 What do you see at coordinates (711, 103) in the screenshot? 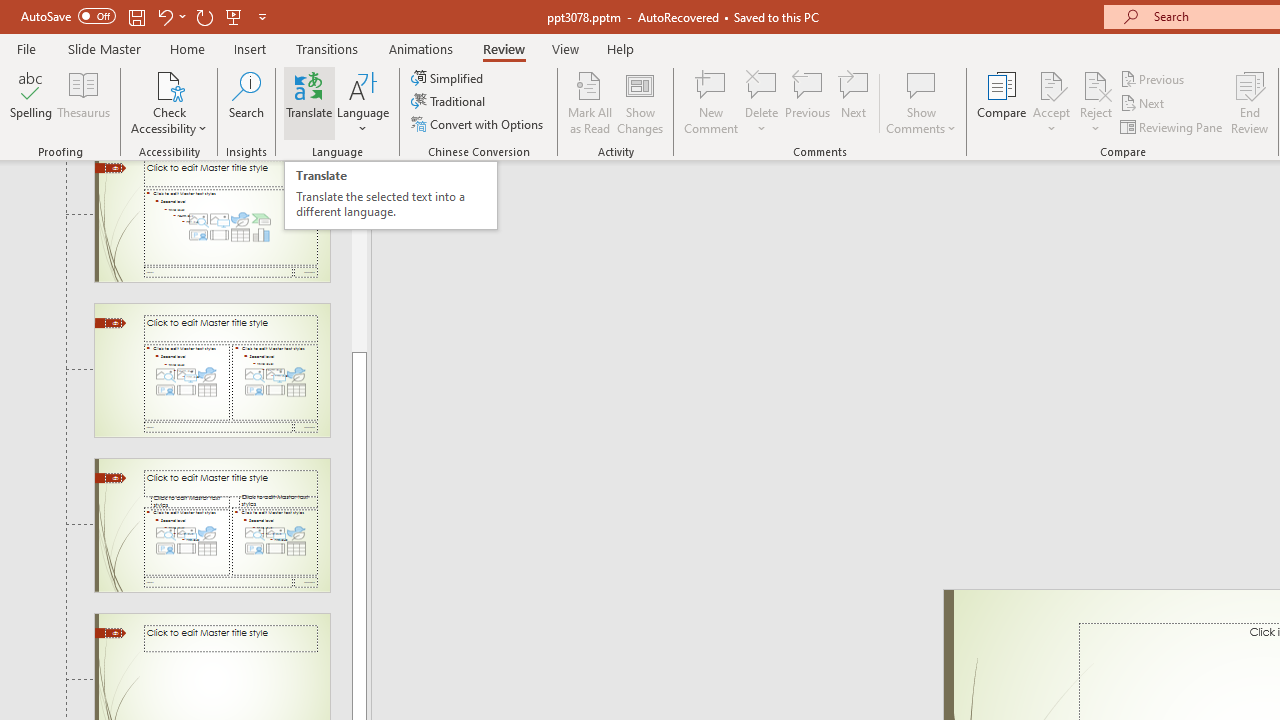
I see `'New Comment'` at bounding box center [711, 103].